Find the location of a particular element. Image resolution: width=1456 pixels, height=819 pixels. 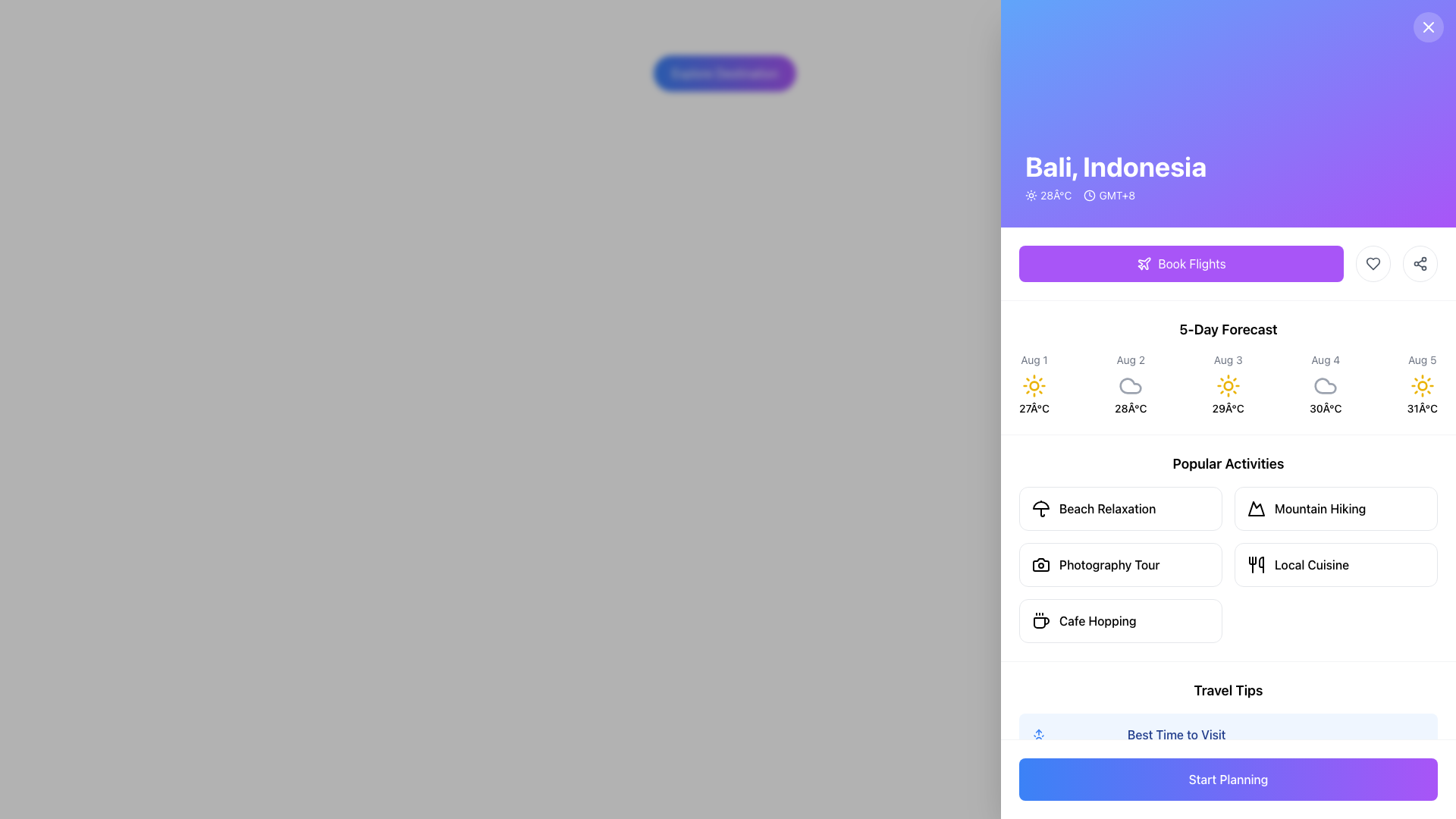

the 'Book Flights' button with a purple background and white text is located at coordinates (1181, 262).